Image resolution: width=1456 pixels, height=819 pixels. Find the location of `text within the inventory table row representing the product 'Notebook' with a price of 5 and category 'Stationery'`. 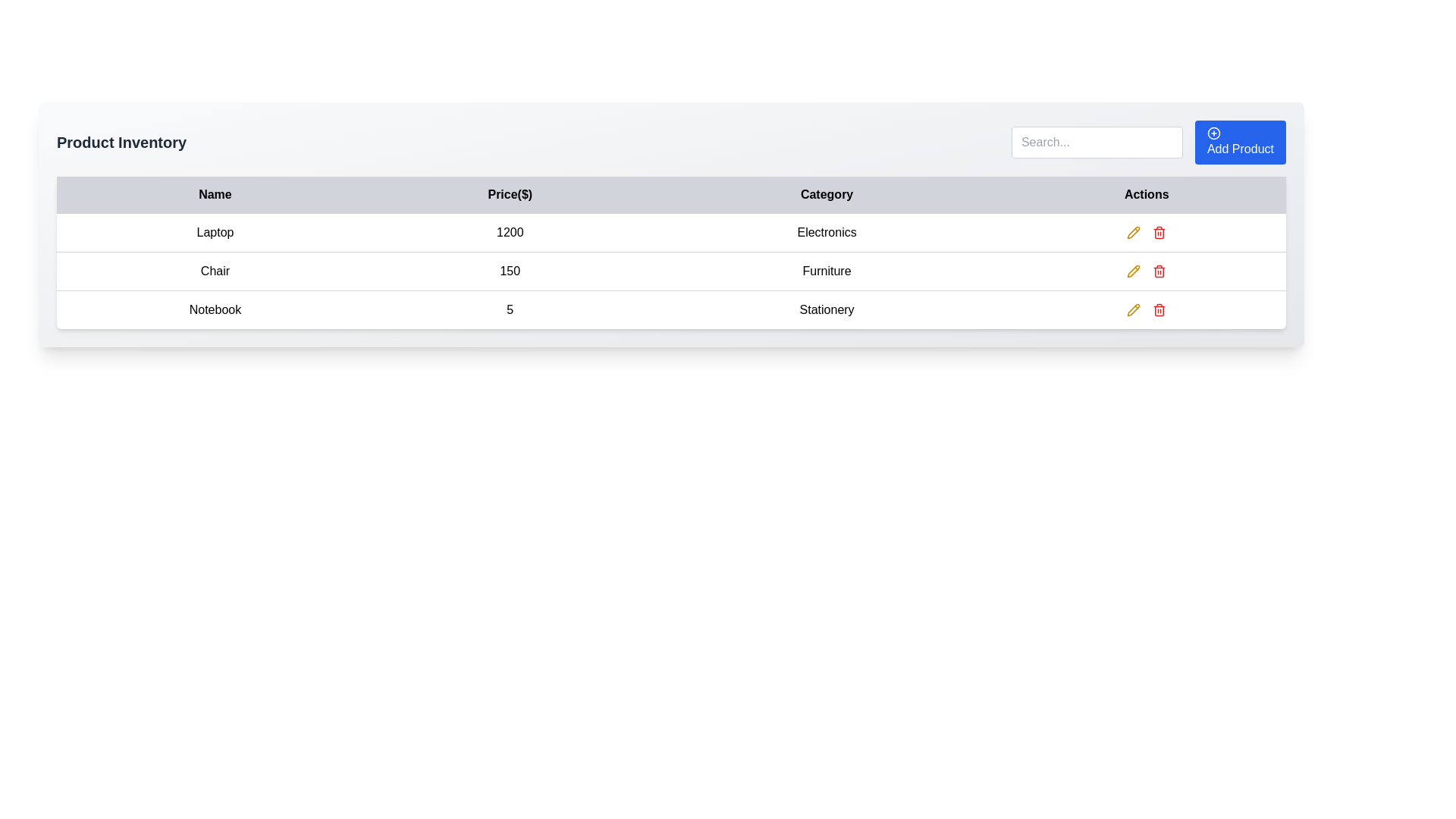

text within the inventory table row representing the product 'Notebook' with a price of 5 and category 'Stationery' is located at coordinates (670, 309).